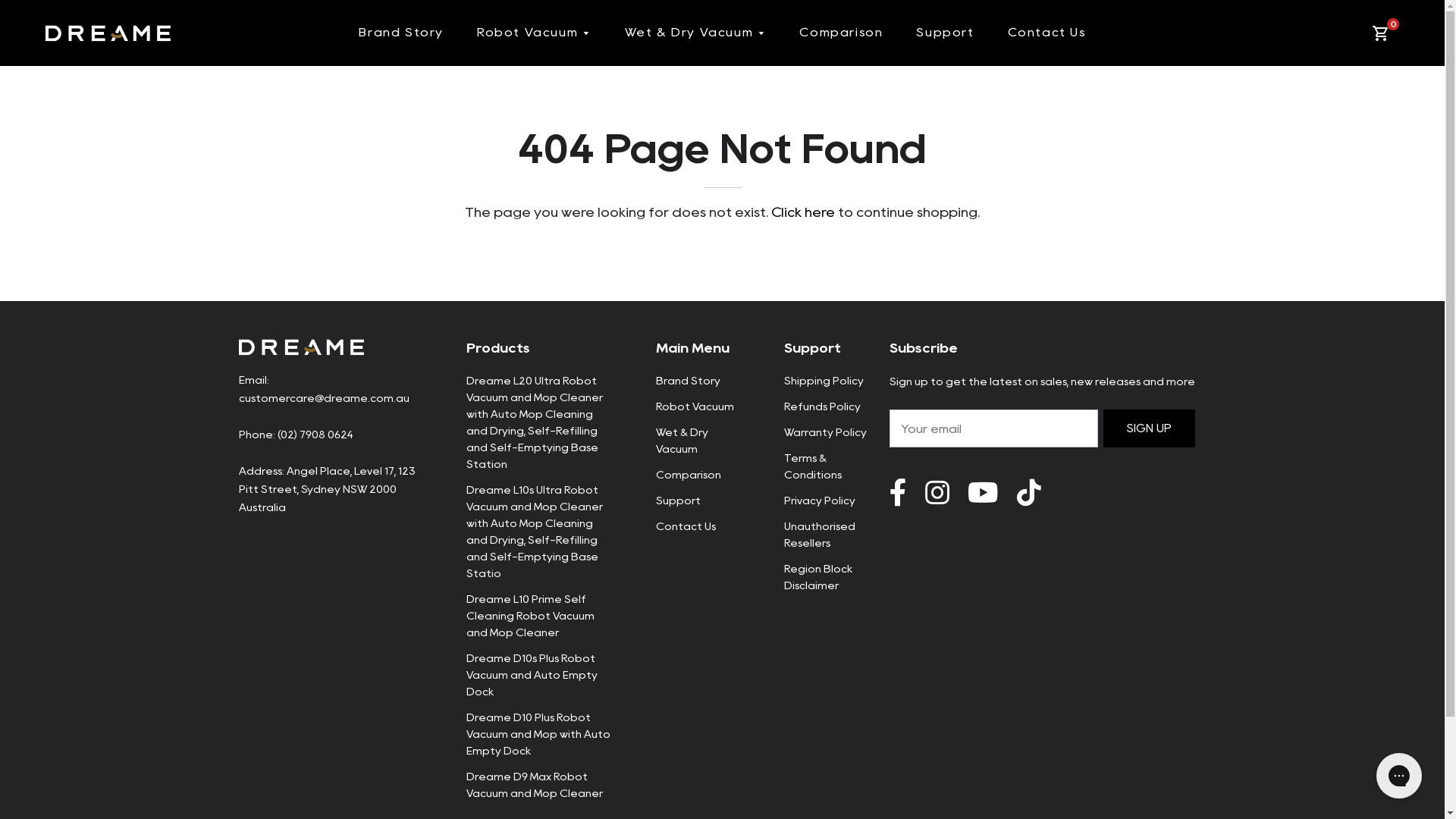  I want to click on 'Dreame Technology Australia on YouTube', so click(1028, 493).